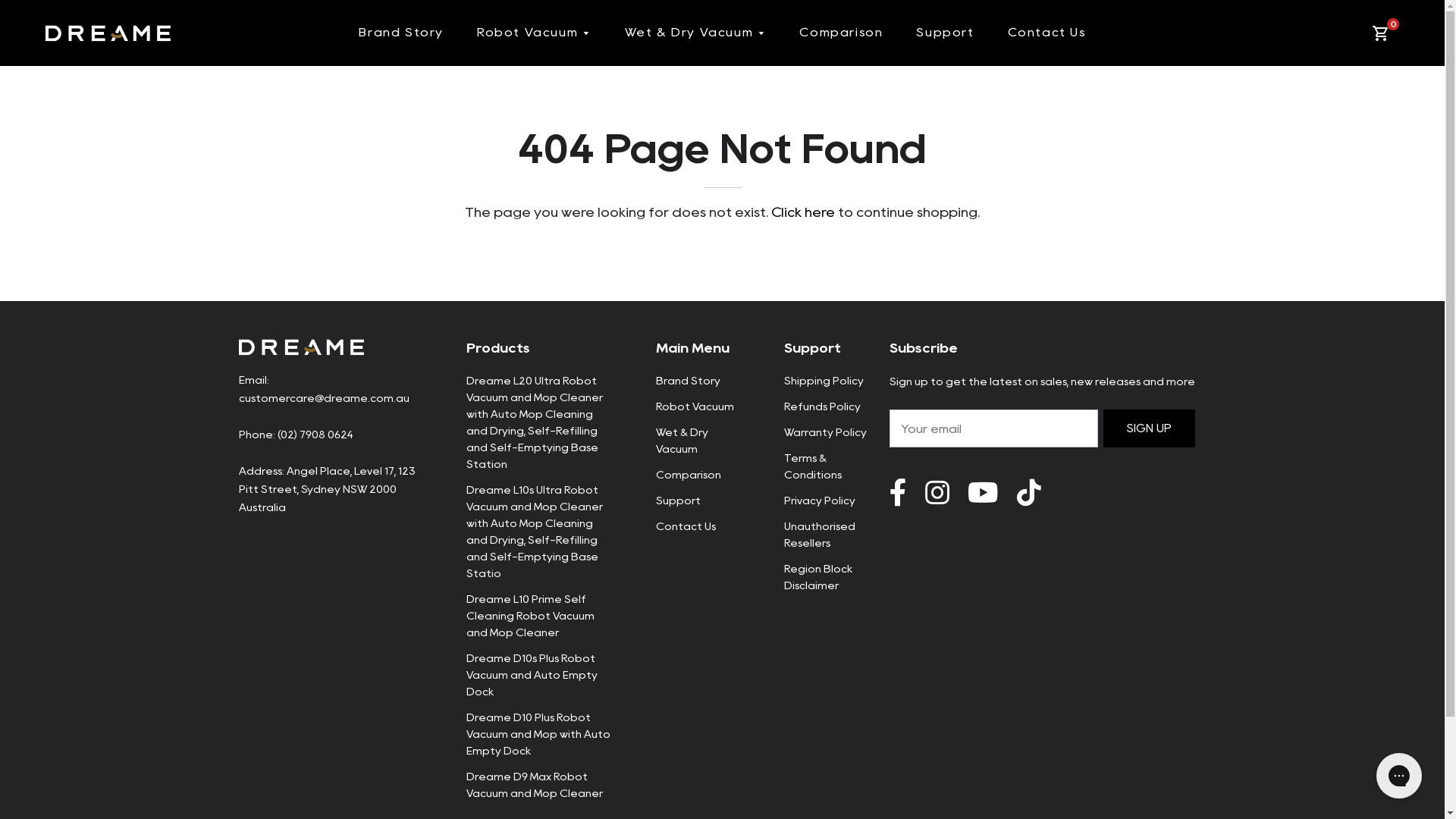  I want to click on 'Dreame Technology Australia on YouTube', so click(1028, 493).